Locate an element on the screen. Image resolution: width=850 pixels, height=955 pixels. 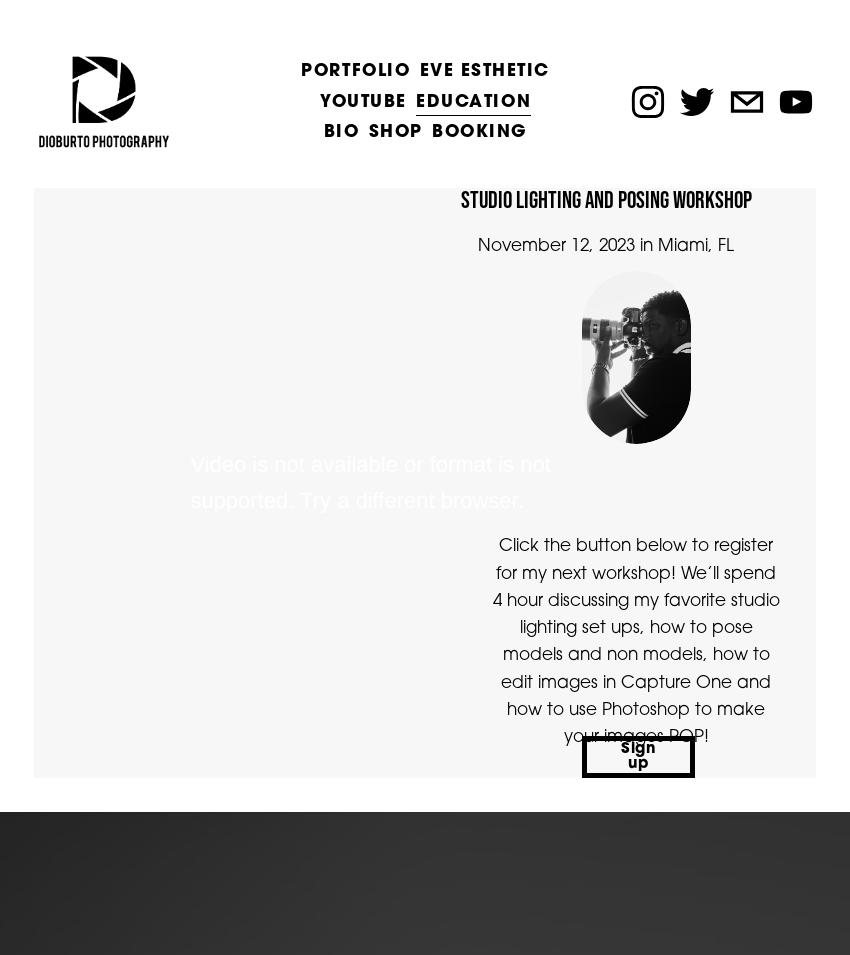
'November 12, 2023 in Miami, FL' is located at coordinates (604, 266).